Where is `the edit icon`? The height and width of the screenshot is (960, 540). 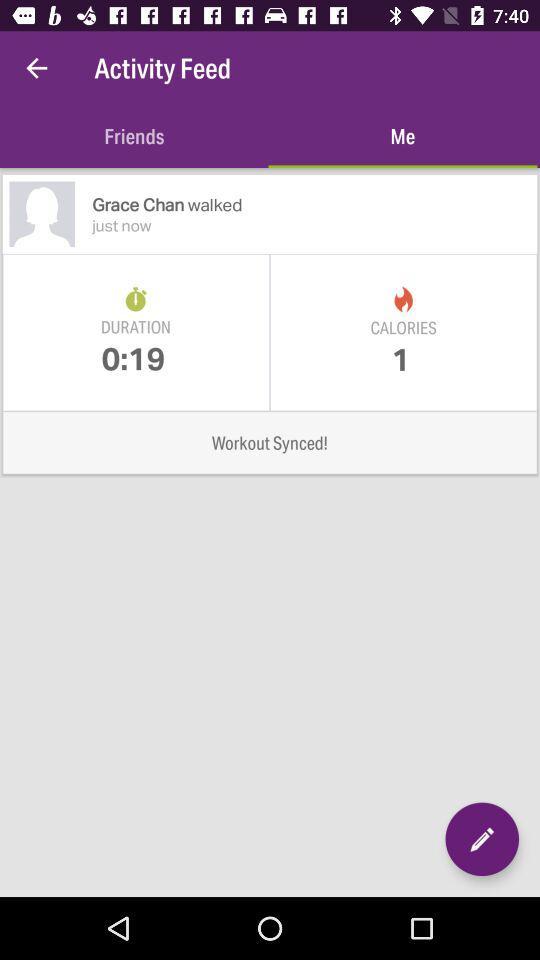
the edit icon is located at coordinates (481, 839).